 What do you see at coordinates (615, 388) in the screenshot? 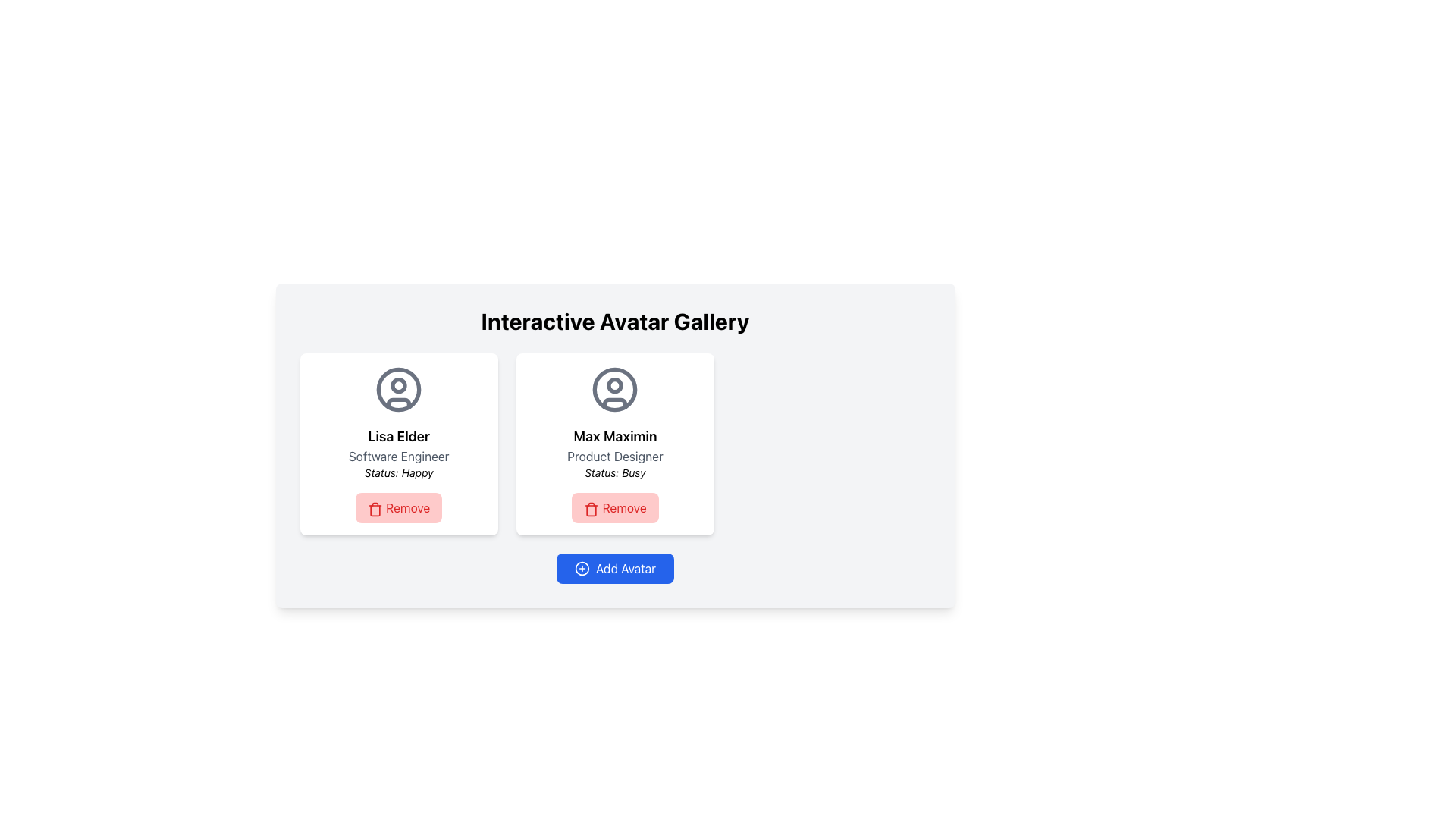
I see `circular SVG component that serves as the outer boundary of the avatar icon on the second profile card in the user profile display area` at bounding box center [615, 388].